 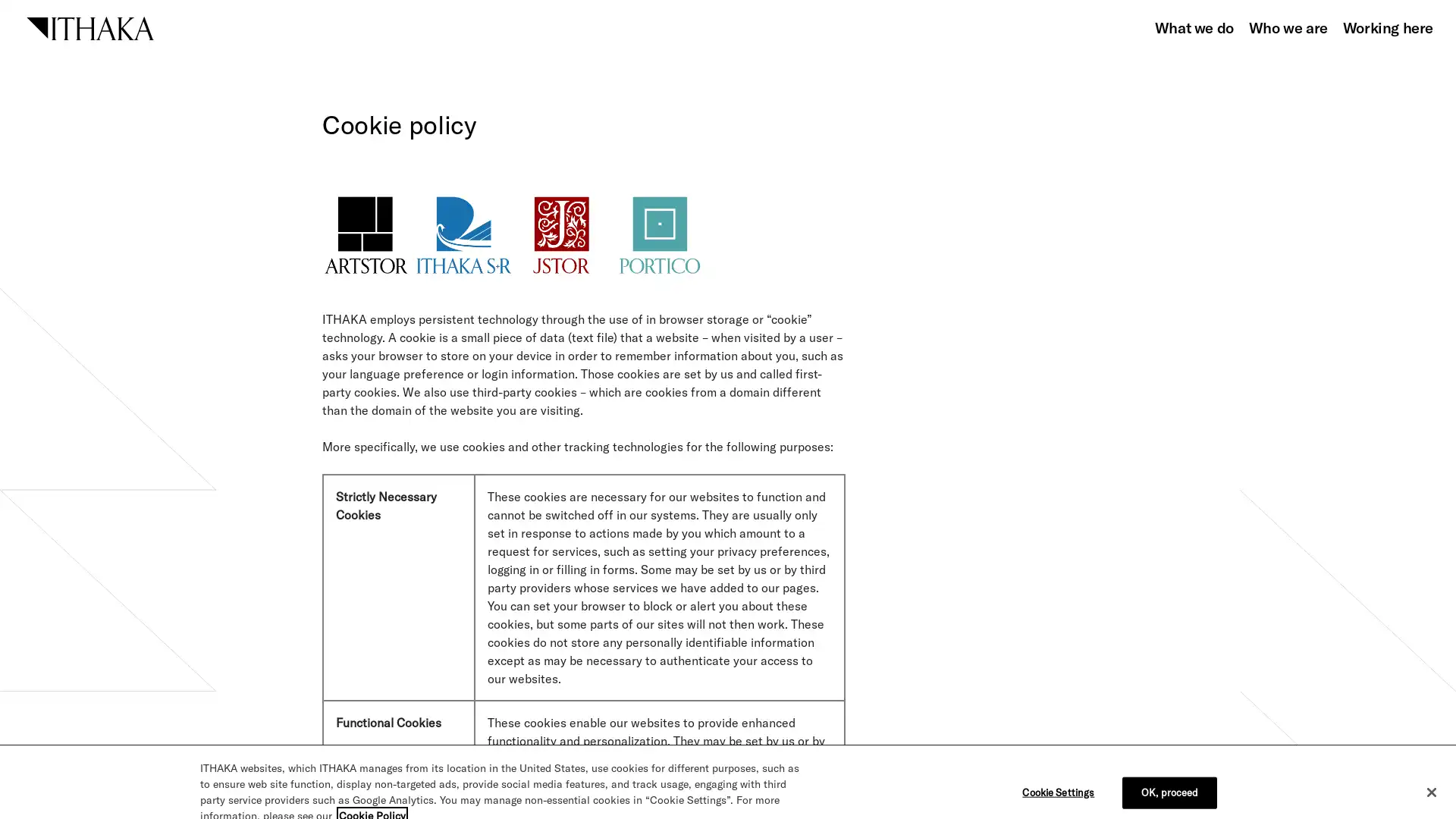 I want to click on Cookie Settings, so click(x=1061, y=769).